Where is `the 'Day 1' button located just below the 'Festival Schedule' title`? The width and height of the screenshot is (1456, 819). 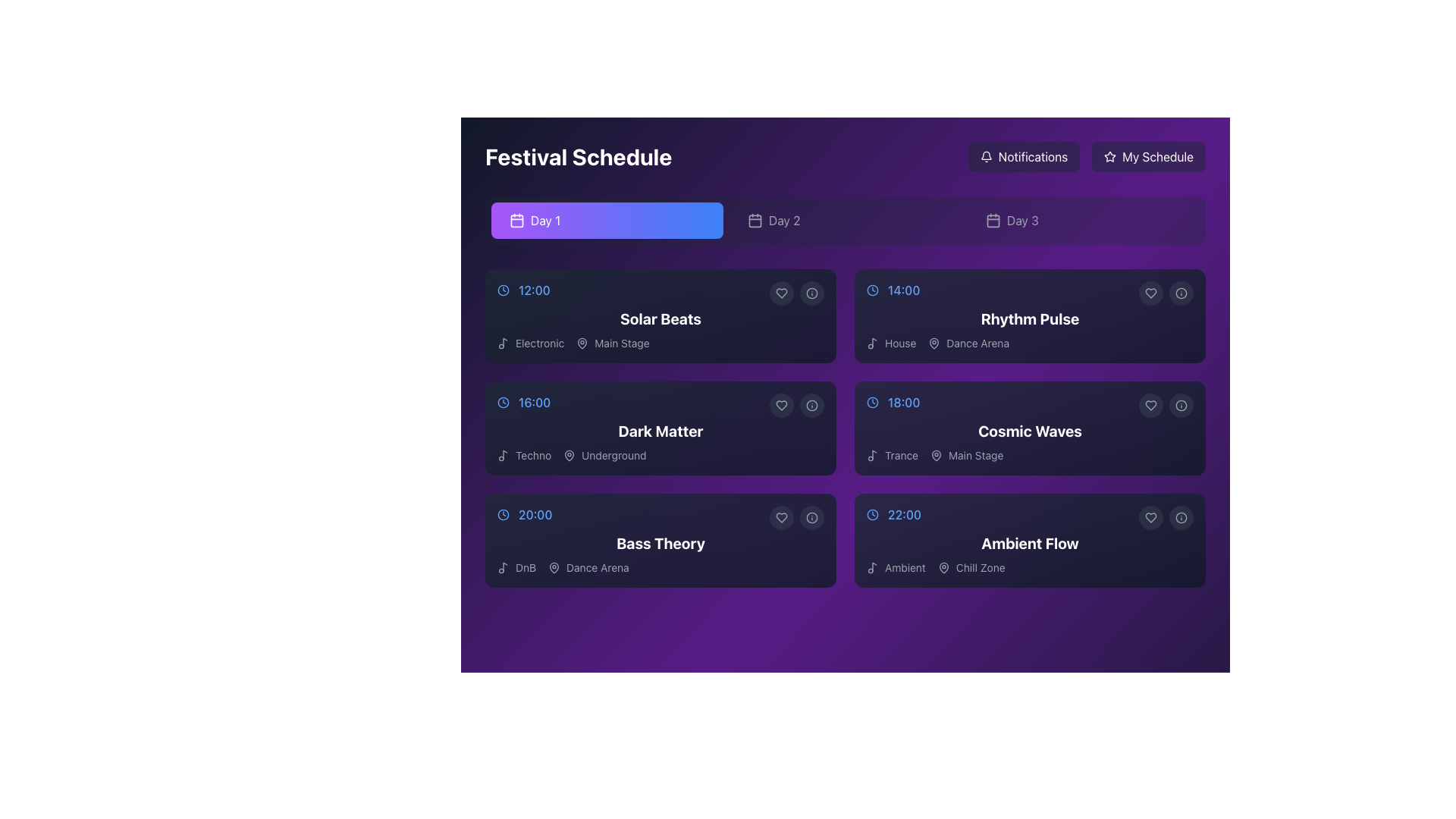 the 'Day 1' button located just below the 'Festival Schedule' title is located at coordinates (607, 220).